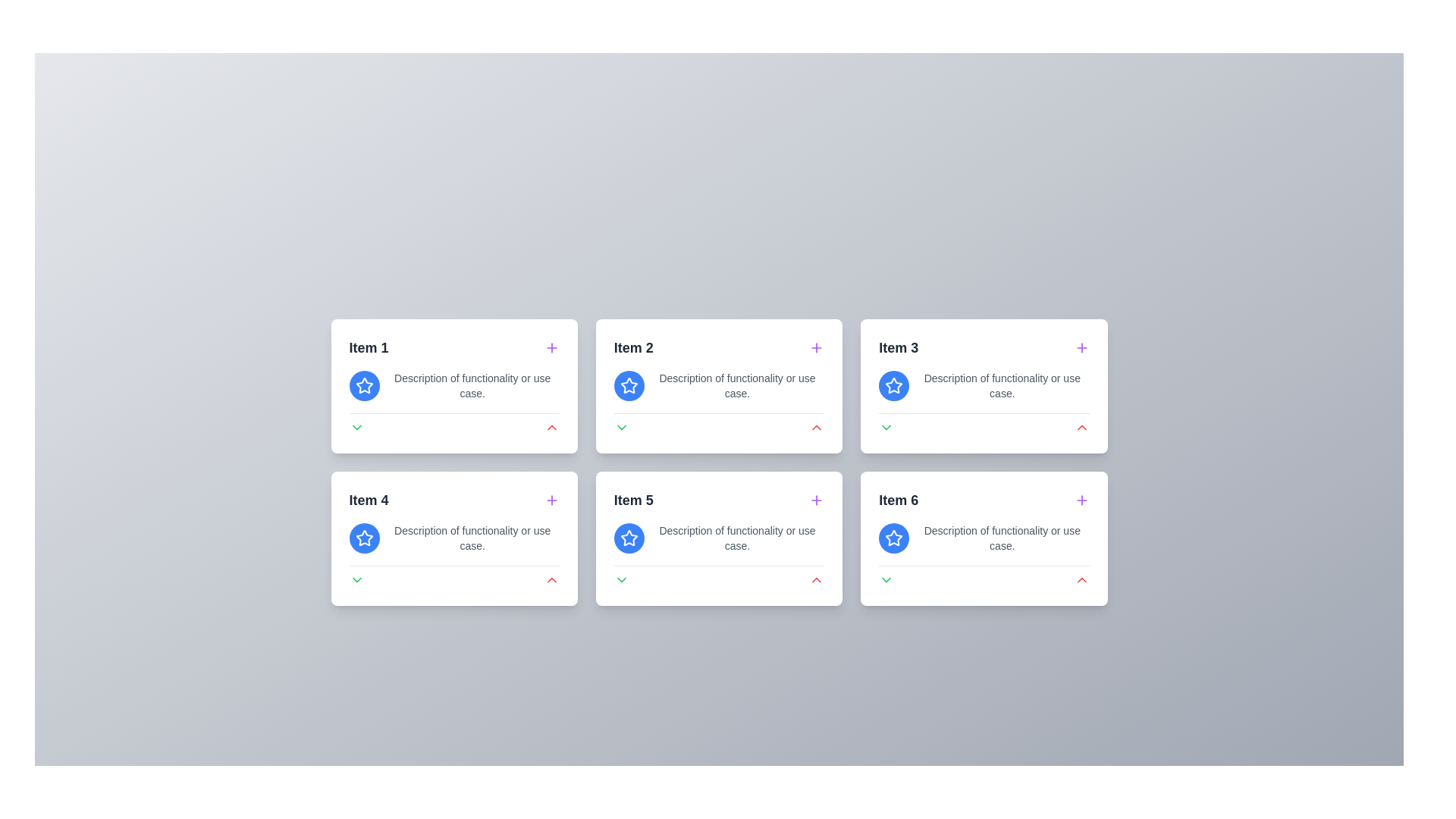  I want to click on the green downward-facing chevron icon located at the bottom left of the first card in the grid layout, so click(356, 427).